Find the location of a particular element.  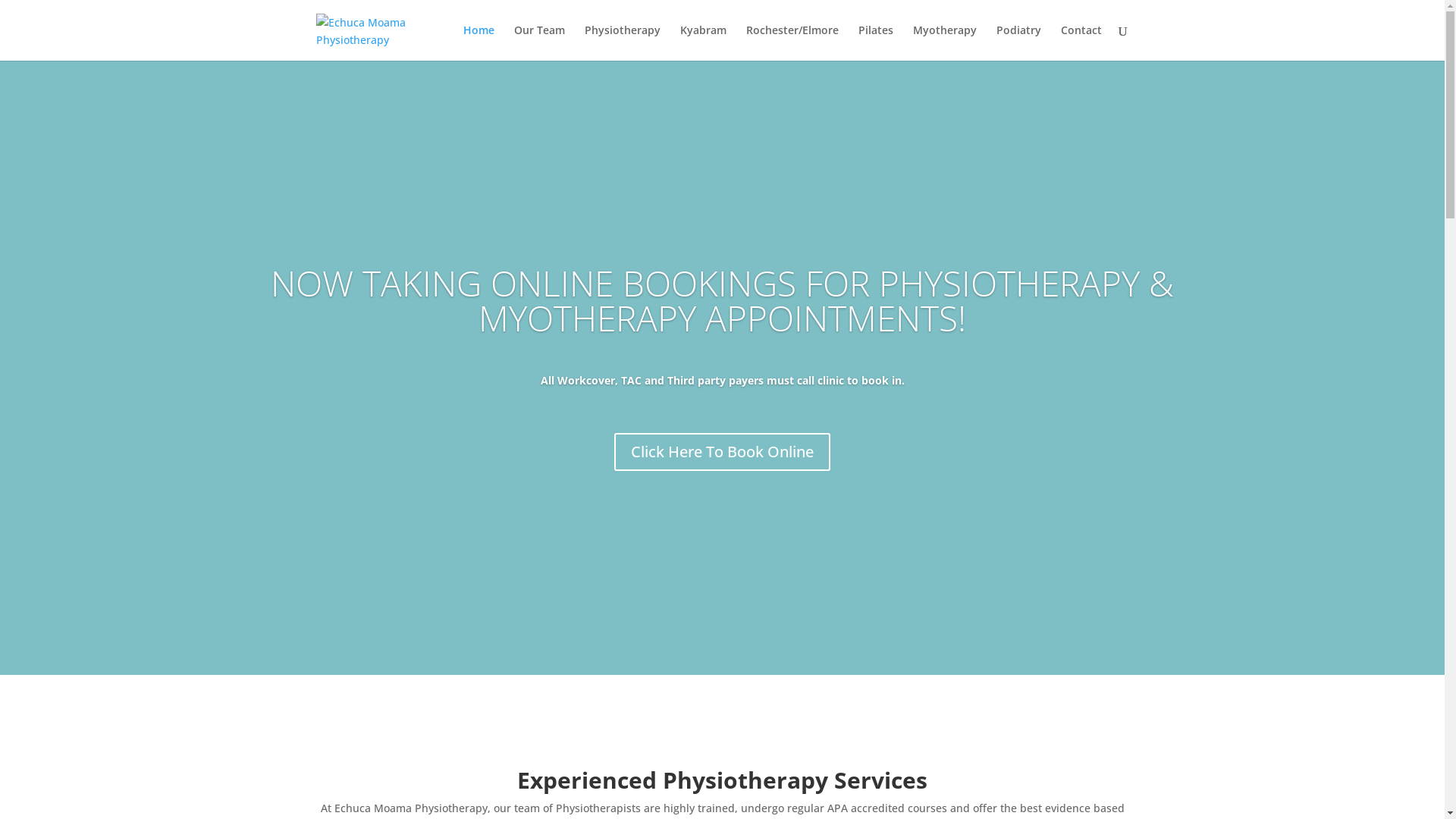

'Home' is located at coordinates (477, 42).